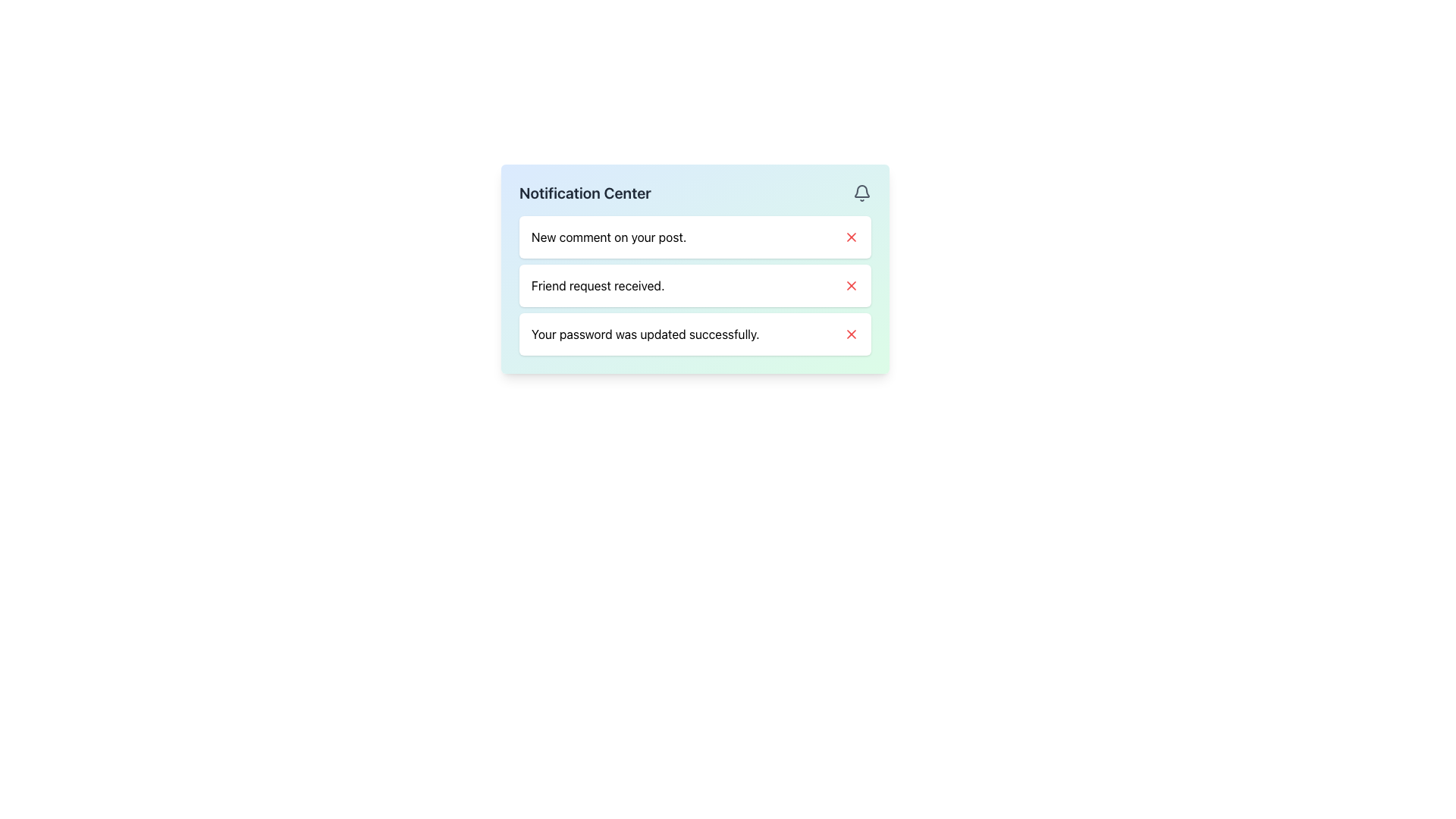 The image size is (1456, 819). Describe the element at coordinates (585, 192) in the screenshot. I see `the 'Notification Center' text label, which is displayed in bold font on a light background, located at the top of a card-like panel` at that location.